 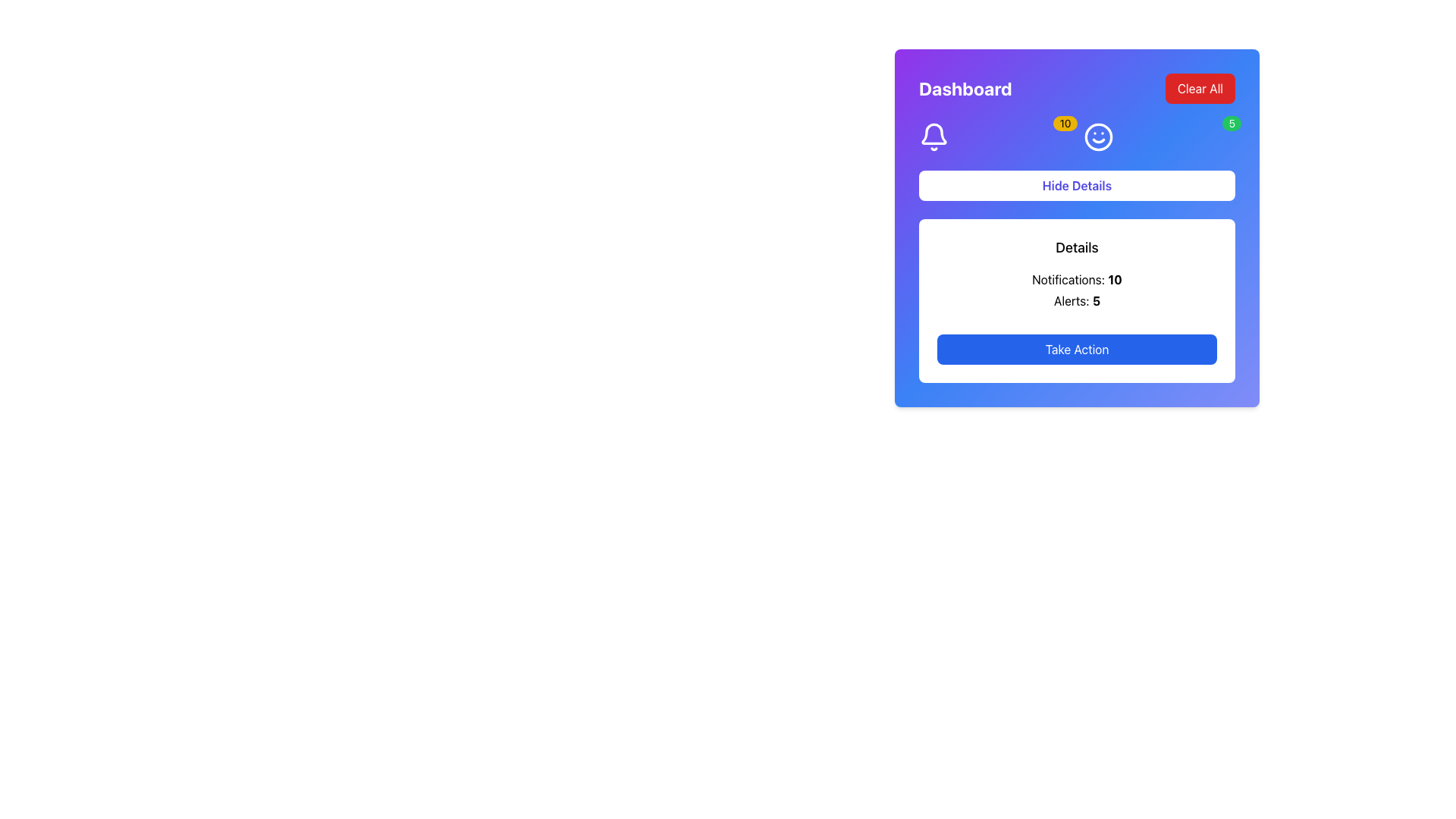 What do you see at coordinates (1158, 137) in the screenshot?
I see `the green badge displaying the number '5'` at bounding box center [1158, 137].